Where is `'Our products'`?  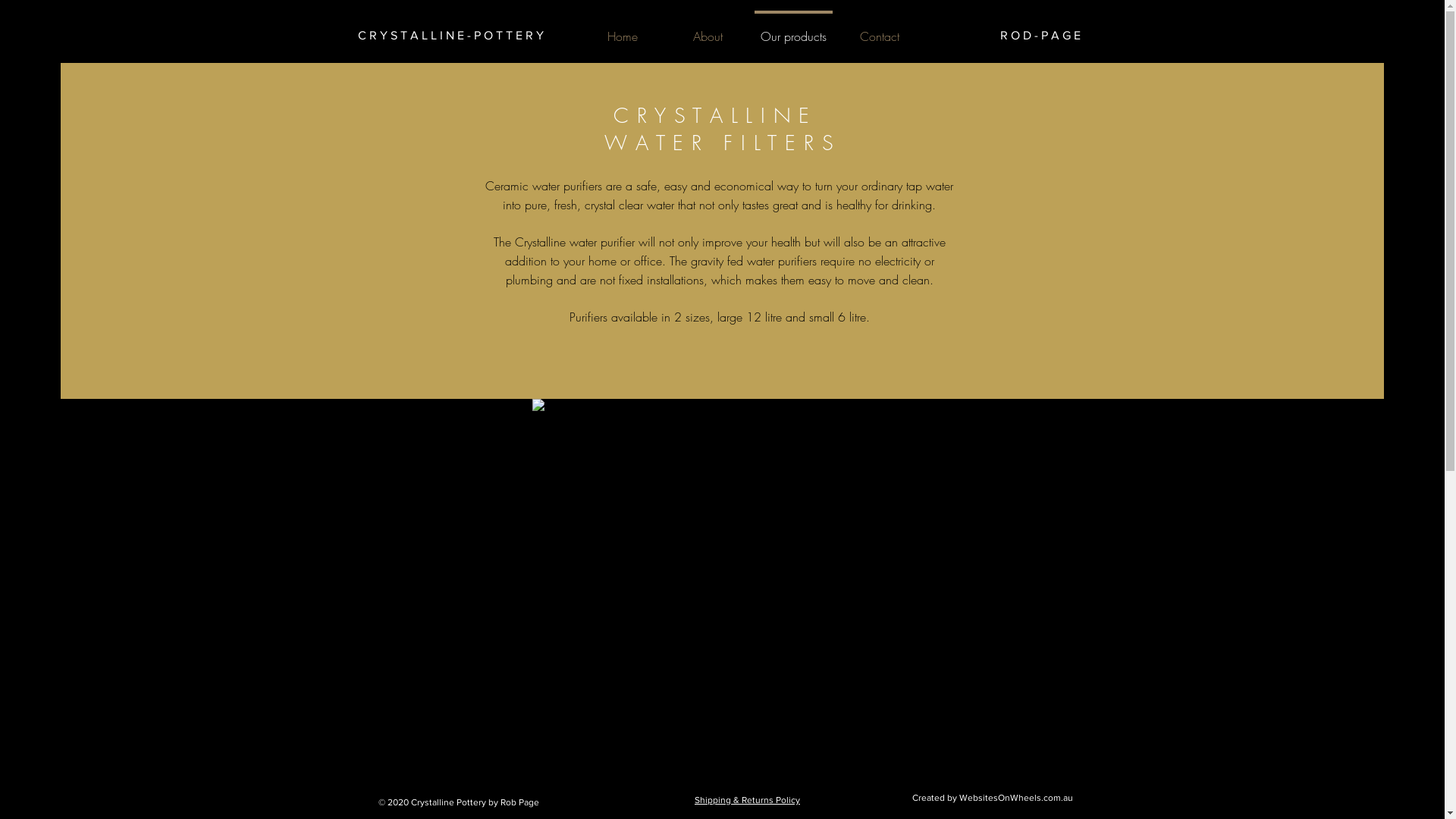
'Our products' is located at coordinates (792, 29).